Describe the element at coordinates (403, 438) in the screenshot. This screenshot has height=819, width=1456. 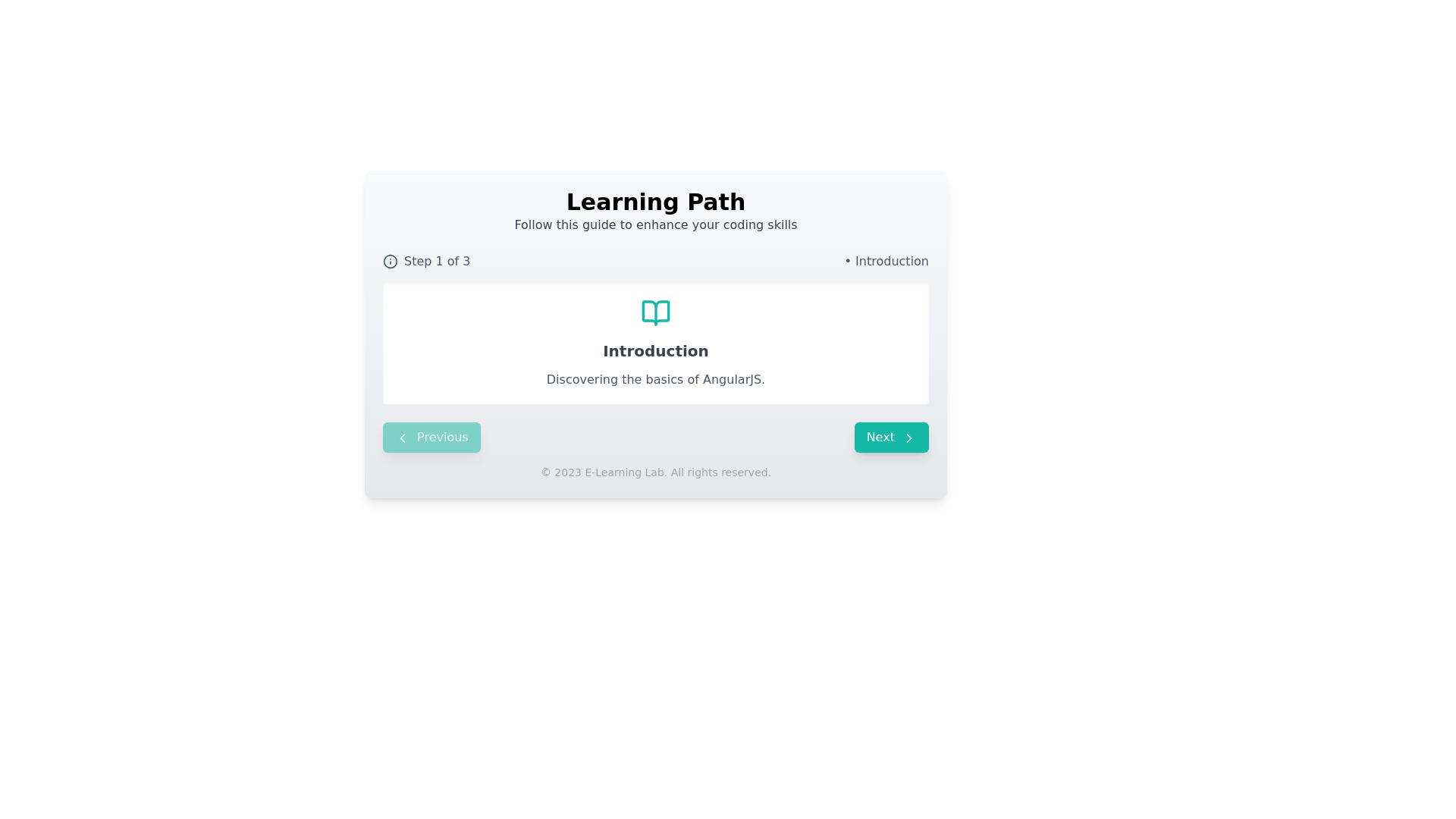
I see `keyboard navigation` at that location.